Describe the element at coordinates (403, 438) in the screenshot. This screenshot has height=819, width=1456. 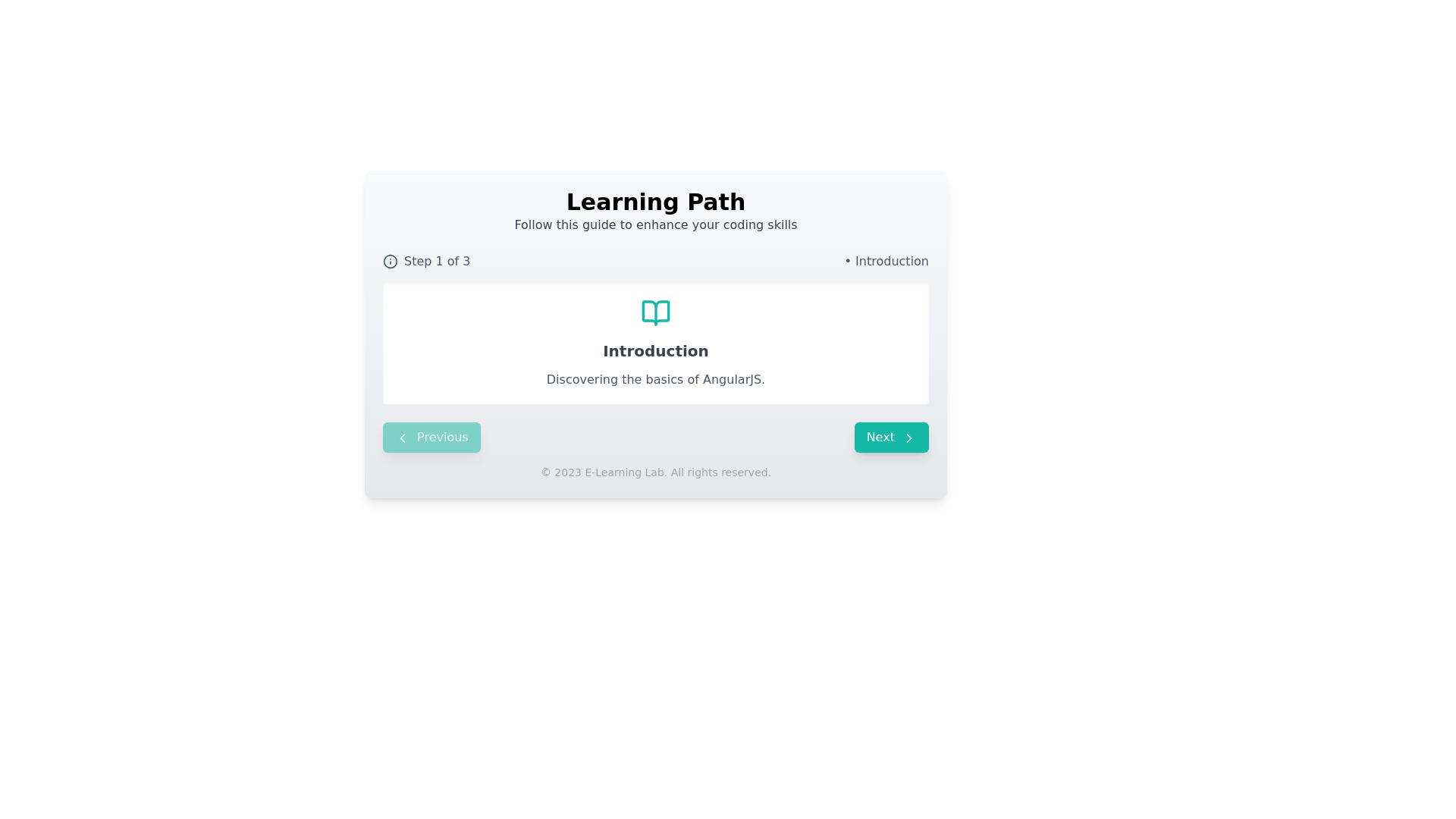
I see `keyboard navigation` at that location.